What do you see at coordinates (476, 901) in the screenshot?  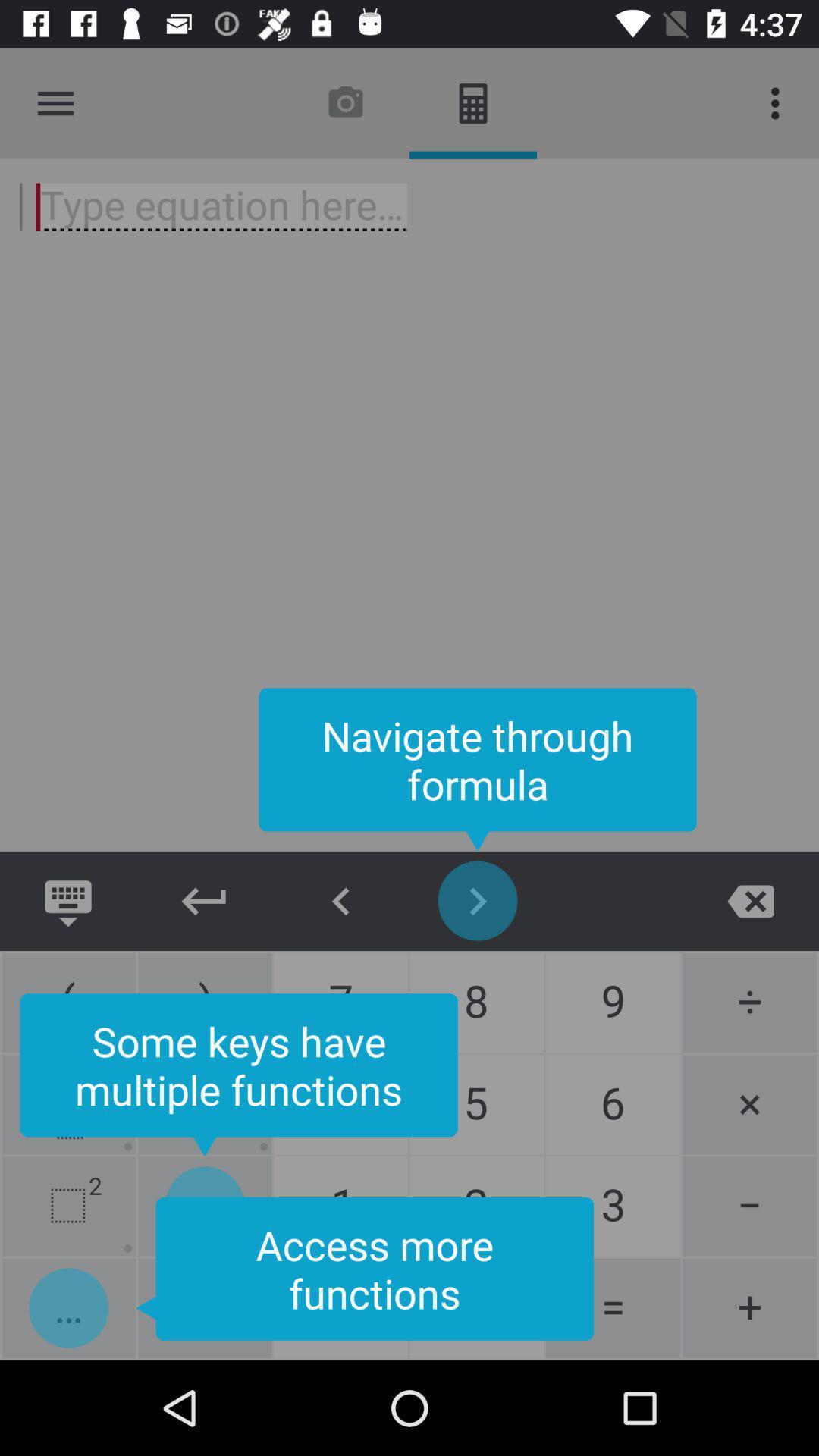 I see `move right in formula` at bounding box center [476, 901].